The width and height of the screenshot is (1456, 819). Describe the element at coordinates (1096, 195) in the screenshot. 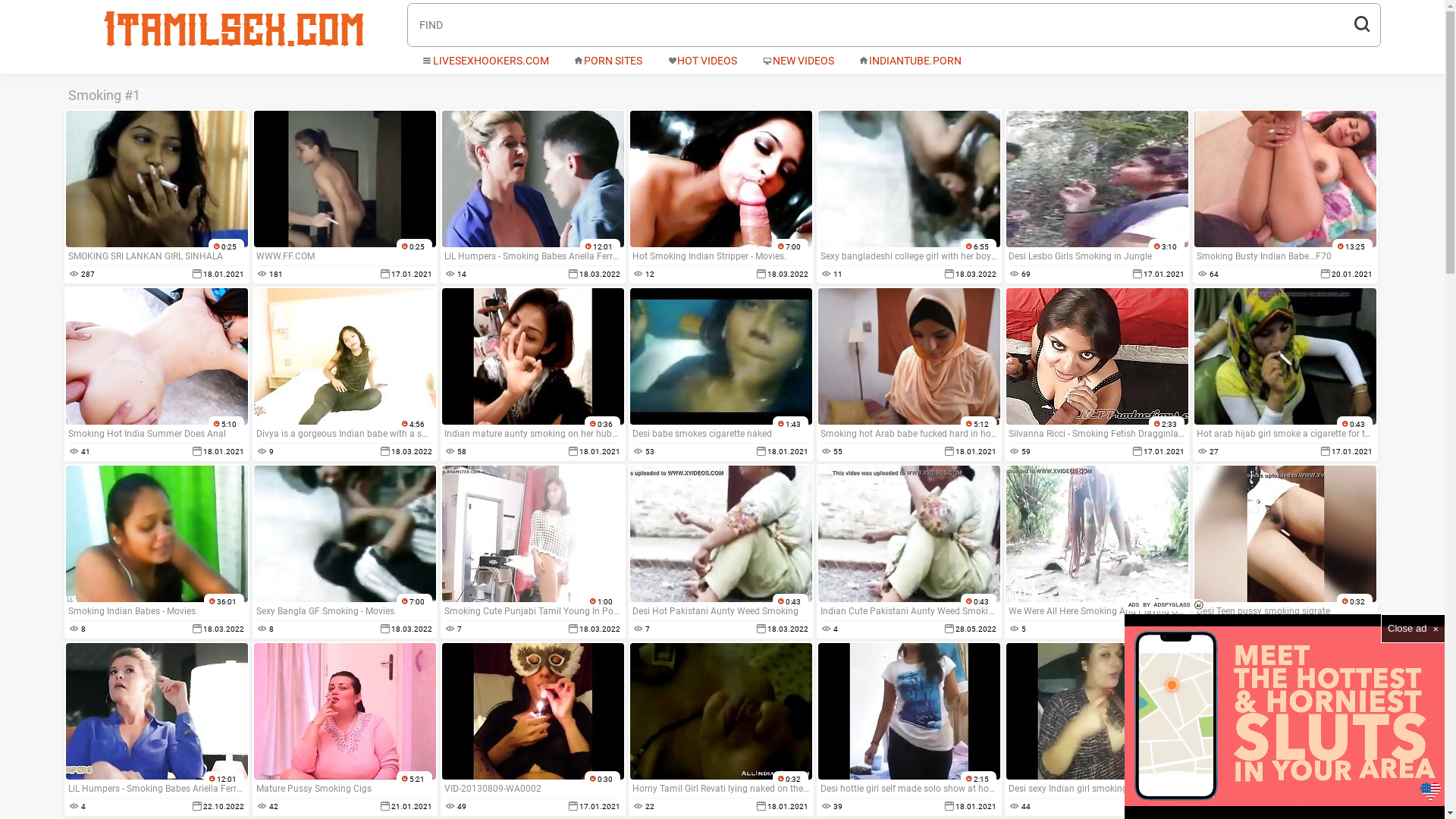

I see `'3:10` at that location.